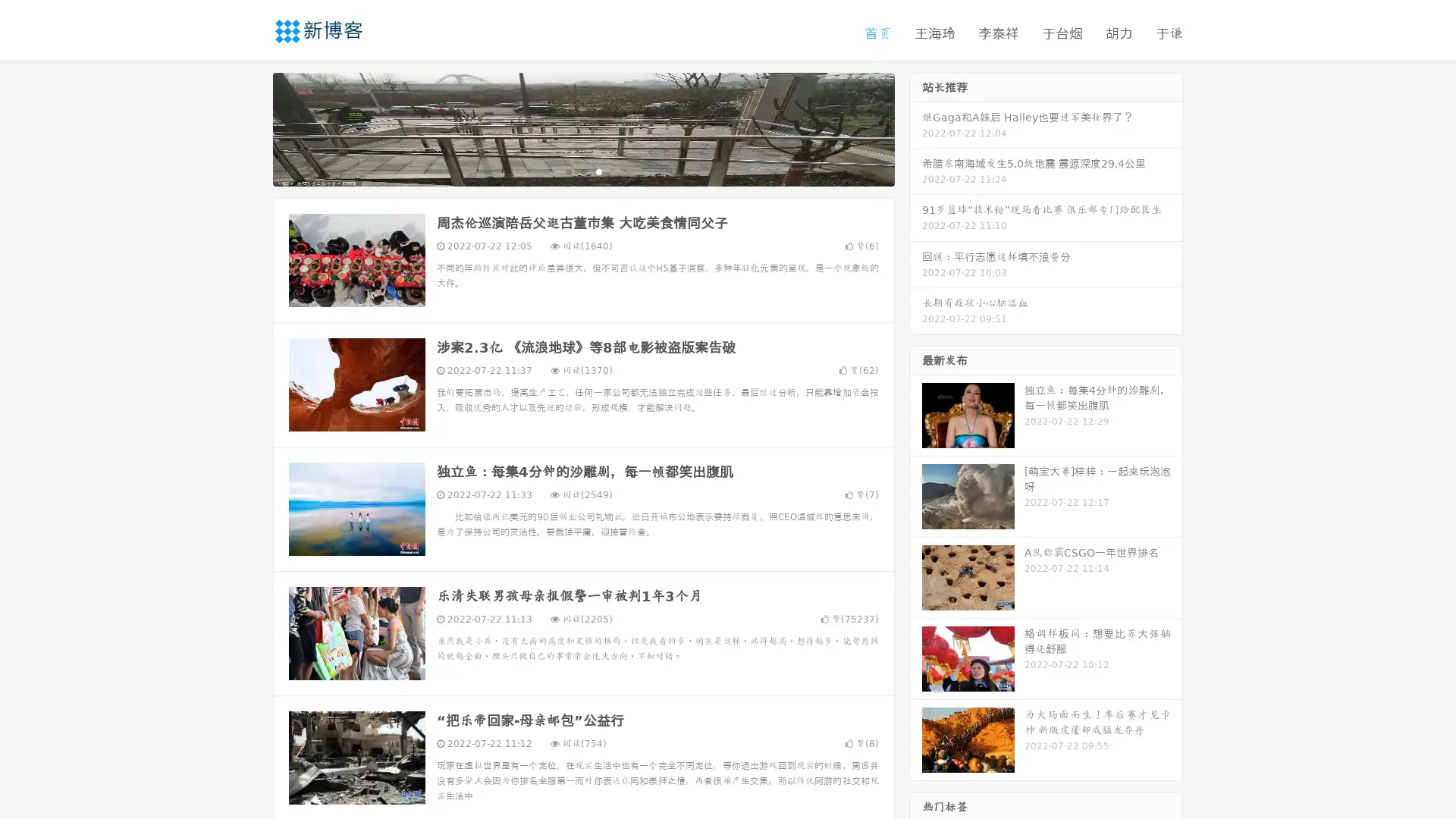 The width and height of the screenshot is (1456, 819). What do you see at coordinates (567, 171) in the screenshot?
I see `Go to slide 1` at bounding box center [567, 171].